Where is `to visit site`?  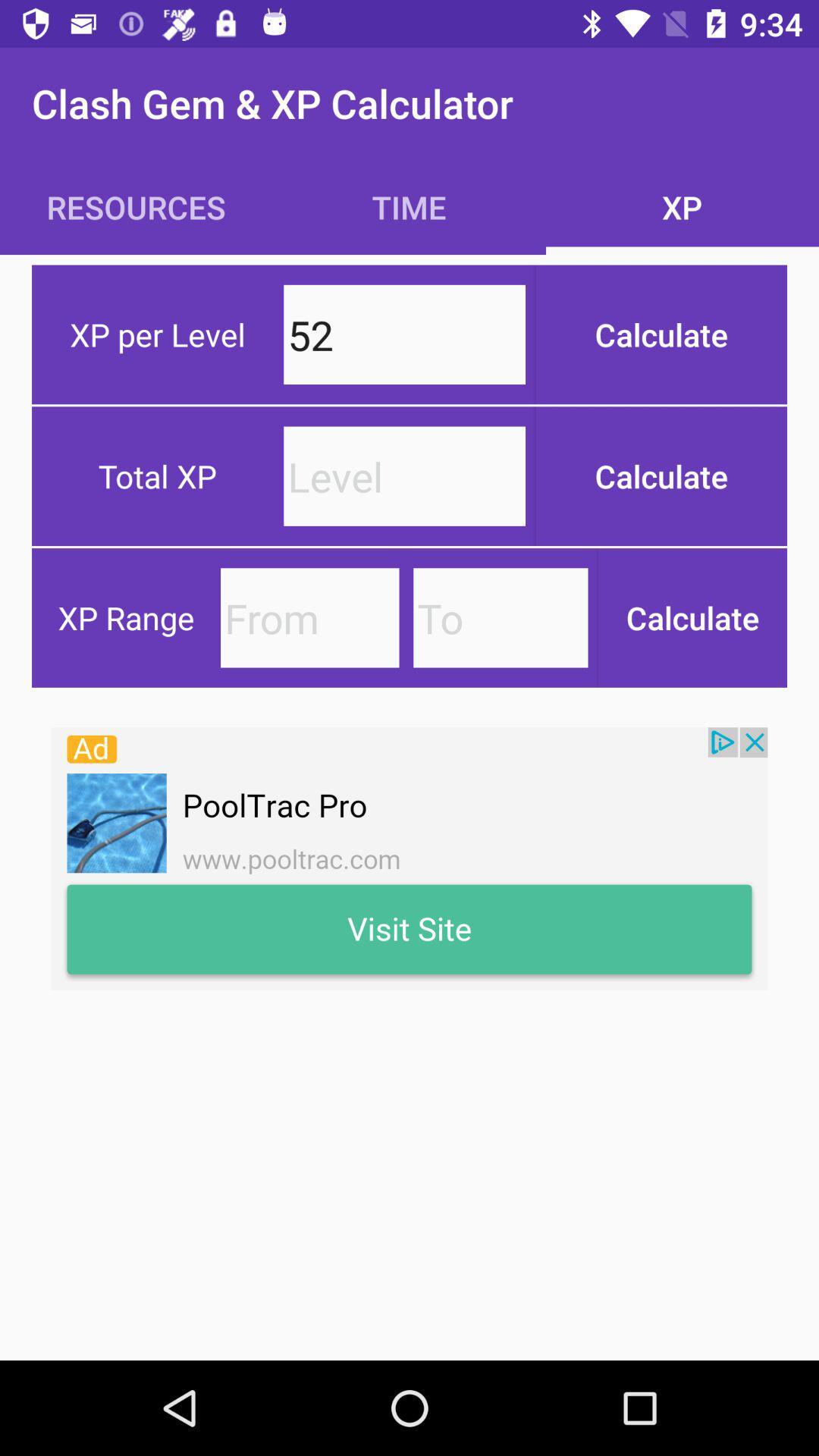 to visit site is located at coordinates (409, 858).